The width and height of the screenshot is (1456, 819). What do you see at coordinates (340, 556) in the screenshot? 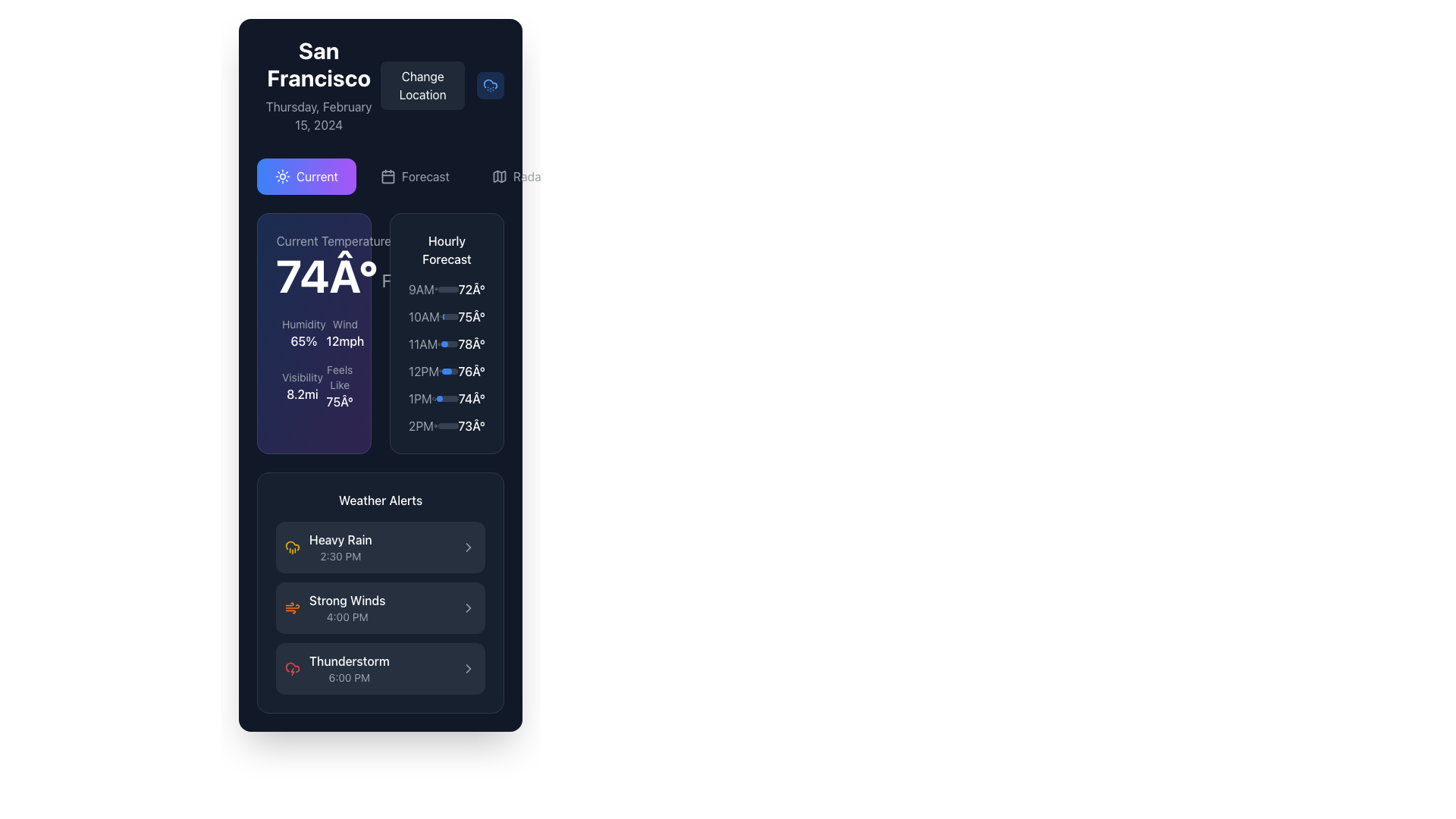
I see `the information displayed in the 'Heavy Rain' weather alert text label, which is the second line of text in the first alert entry within the 'Weather Alerts' section of the app` at bounding box center [340, 556].